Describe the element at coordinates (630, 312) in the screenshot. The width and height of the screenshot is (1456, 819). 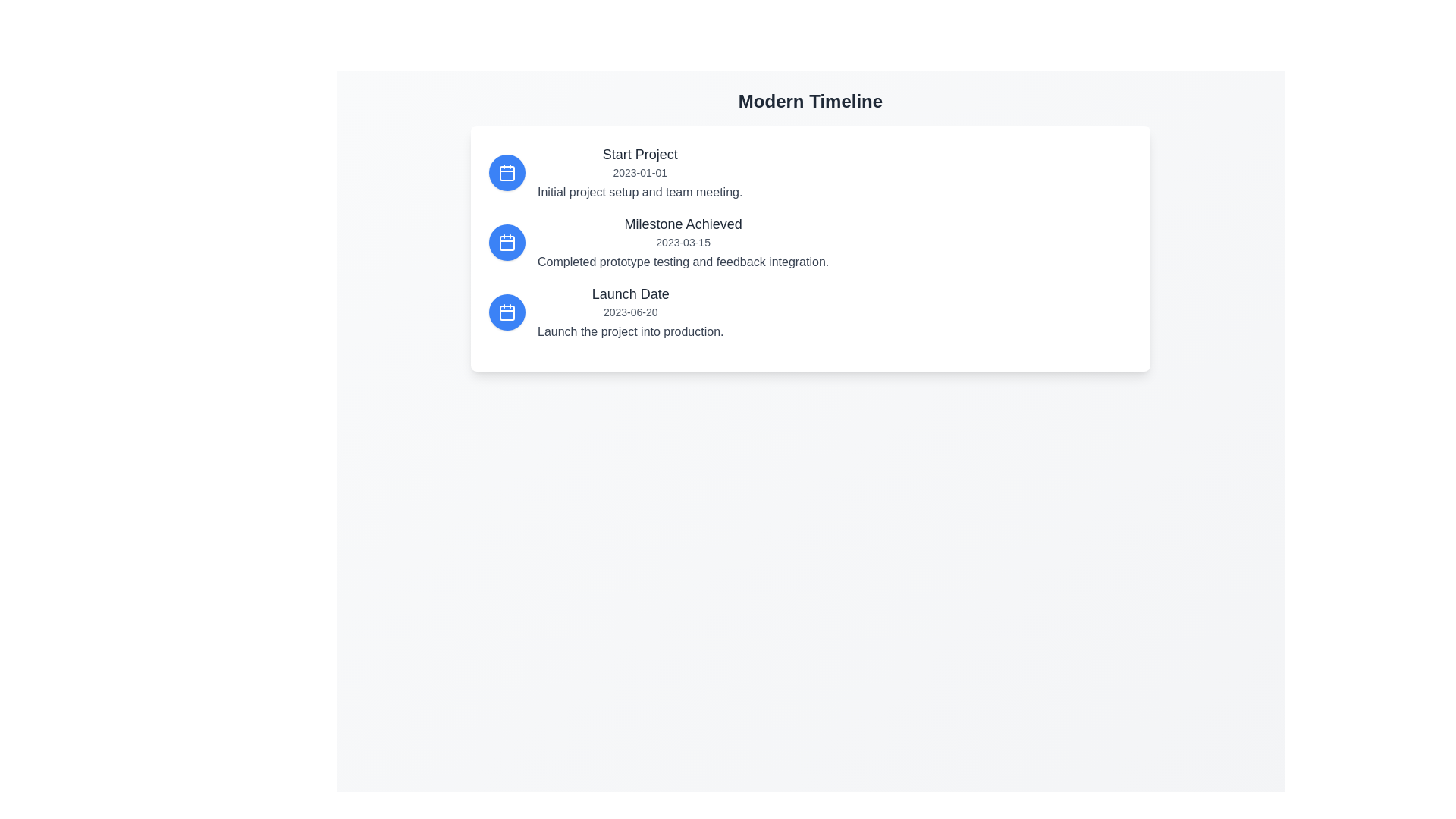
I see `the compact date string labeled '2023-06-20', which is styled in light gray and positioned below 'Launch Date'` at that location.